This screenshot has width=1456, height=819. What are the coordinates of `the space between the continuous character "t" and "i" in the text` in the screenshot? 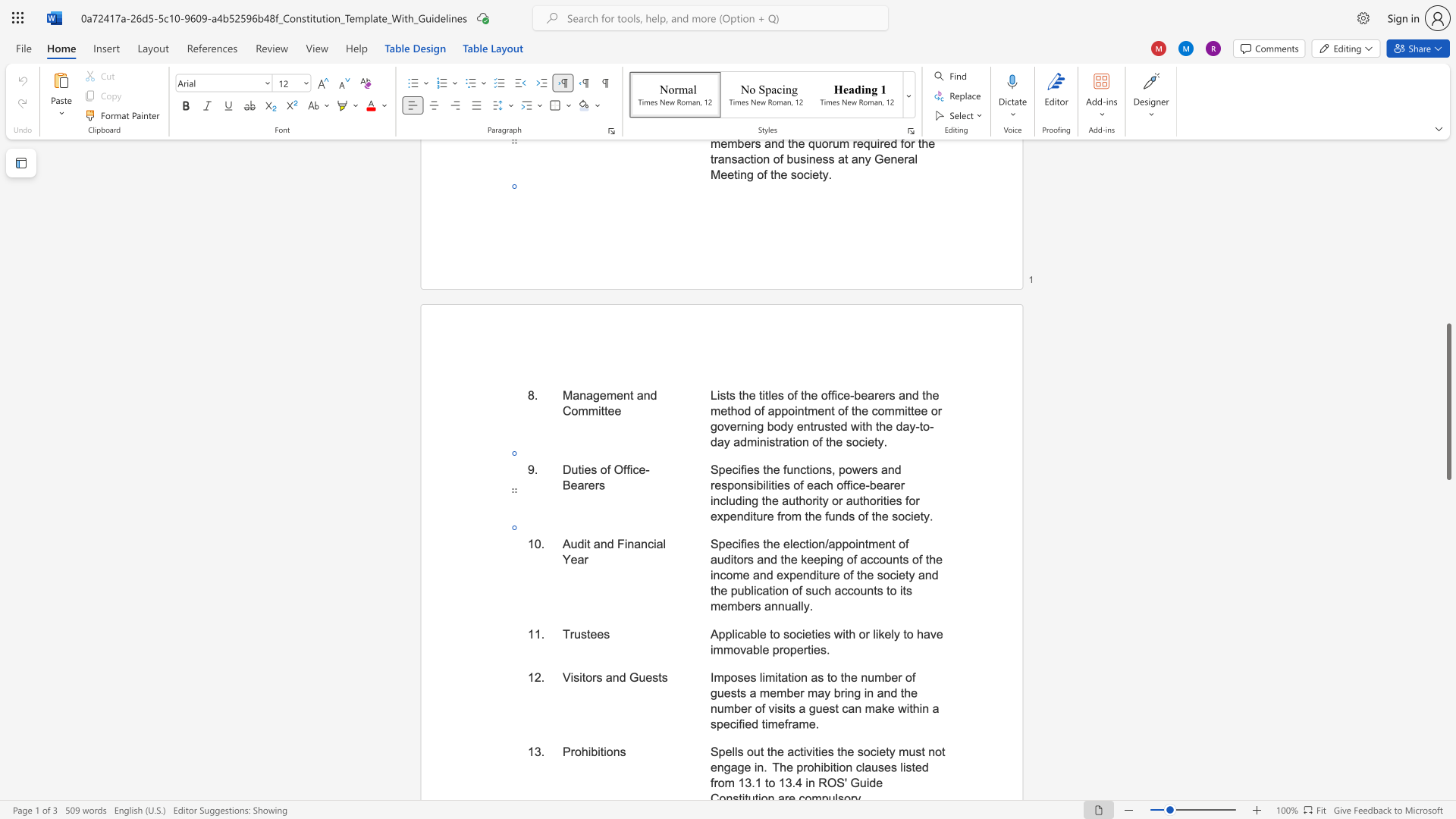 It's located at (580, 469).